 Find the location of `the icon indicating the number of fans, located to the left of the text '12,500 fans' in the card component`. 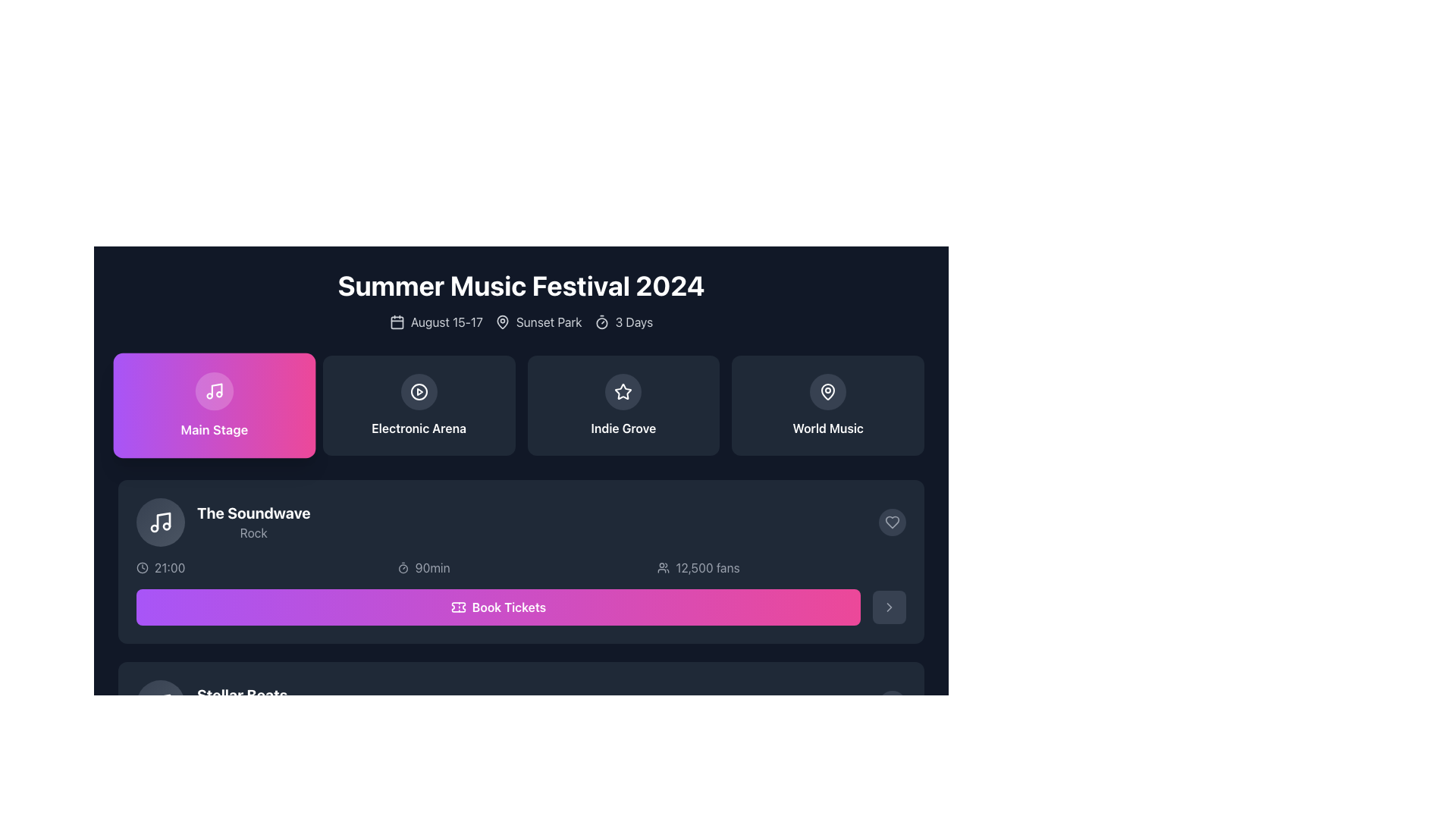

the icon indicating the number of fans, located to the left of the text '12,500 fans' in the card component is located at coordinates (664, 567).